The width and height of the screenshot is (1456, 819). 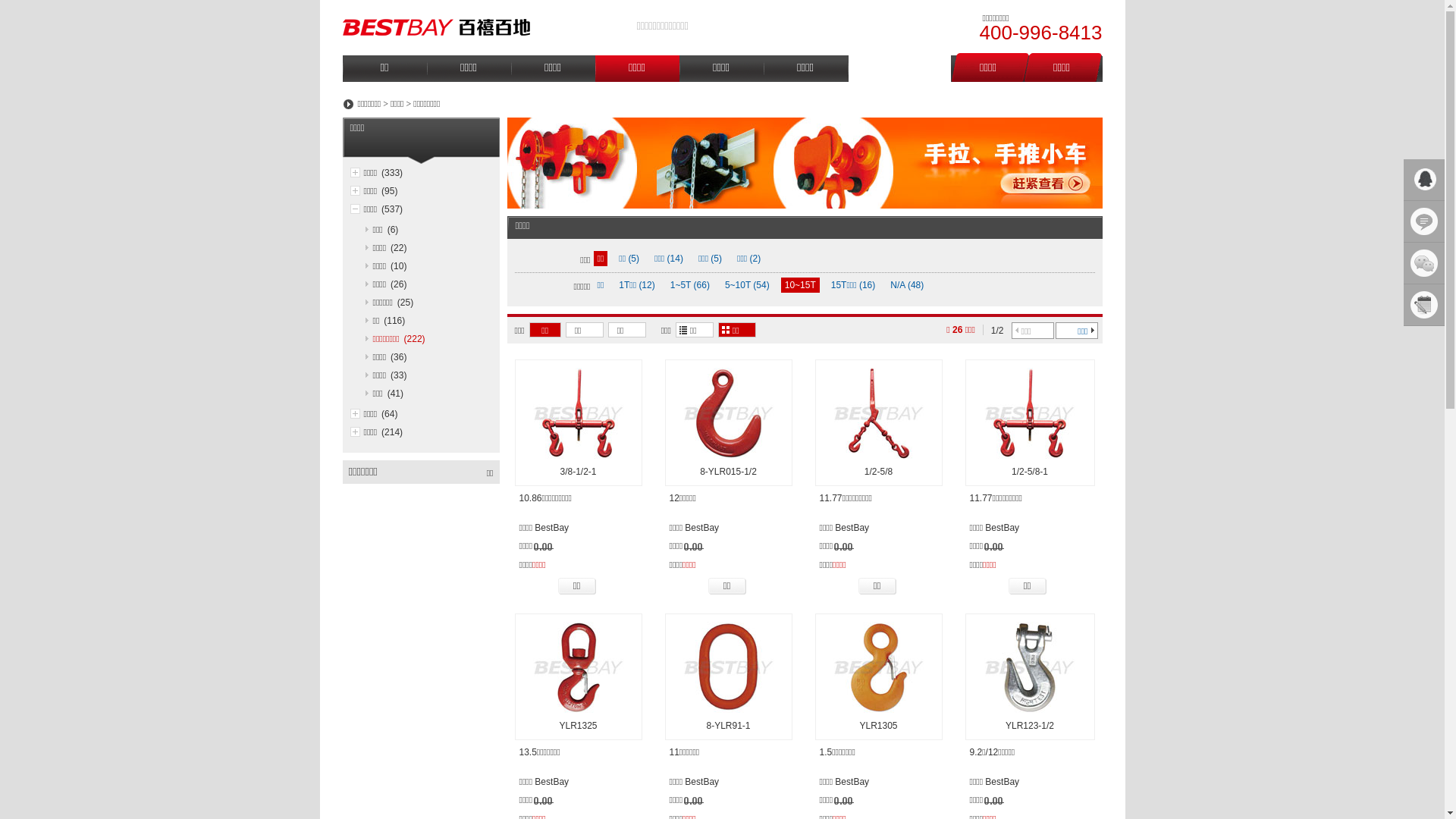 I want to click on '10~15T', so click(x=781, y=284).